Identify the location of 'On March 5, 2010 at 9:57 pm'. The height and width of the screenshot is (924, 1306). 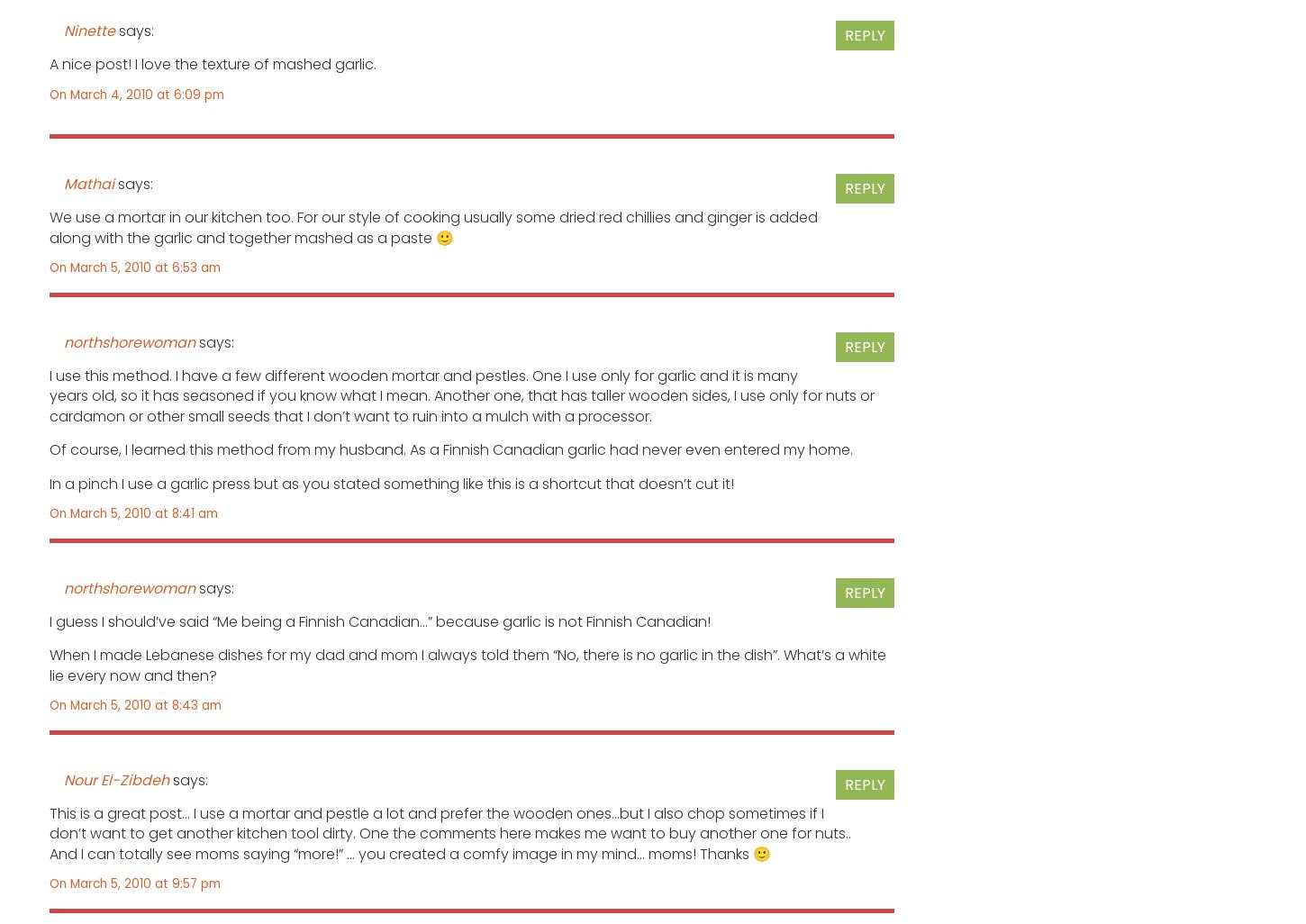
(133, 883).